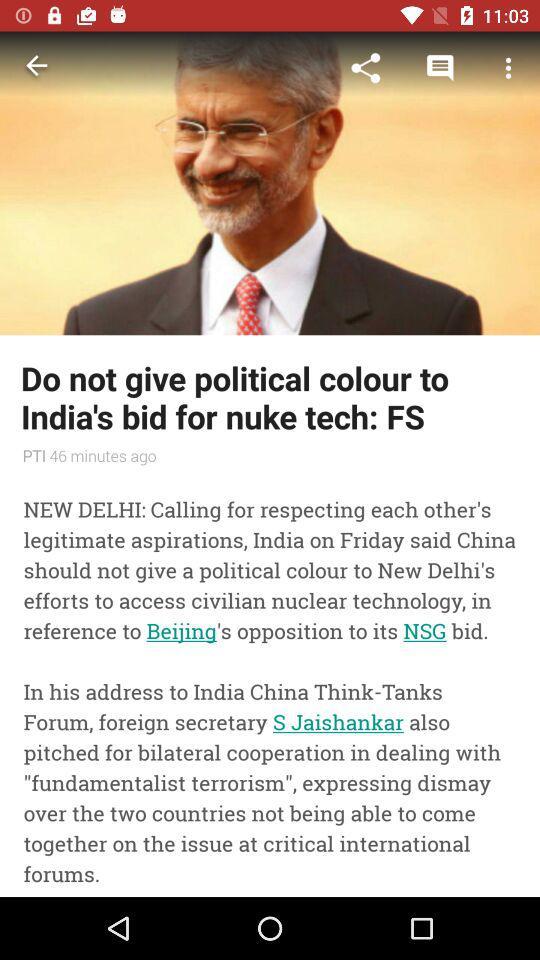 This screenshot has width=540, height=960. Describe the element at coordinates (365, 68) in the screenshot. I see `item above do not give item` at that location.